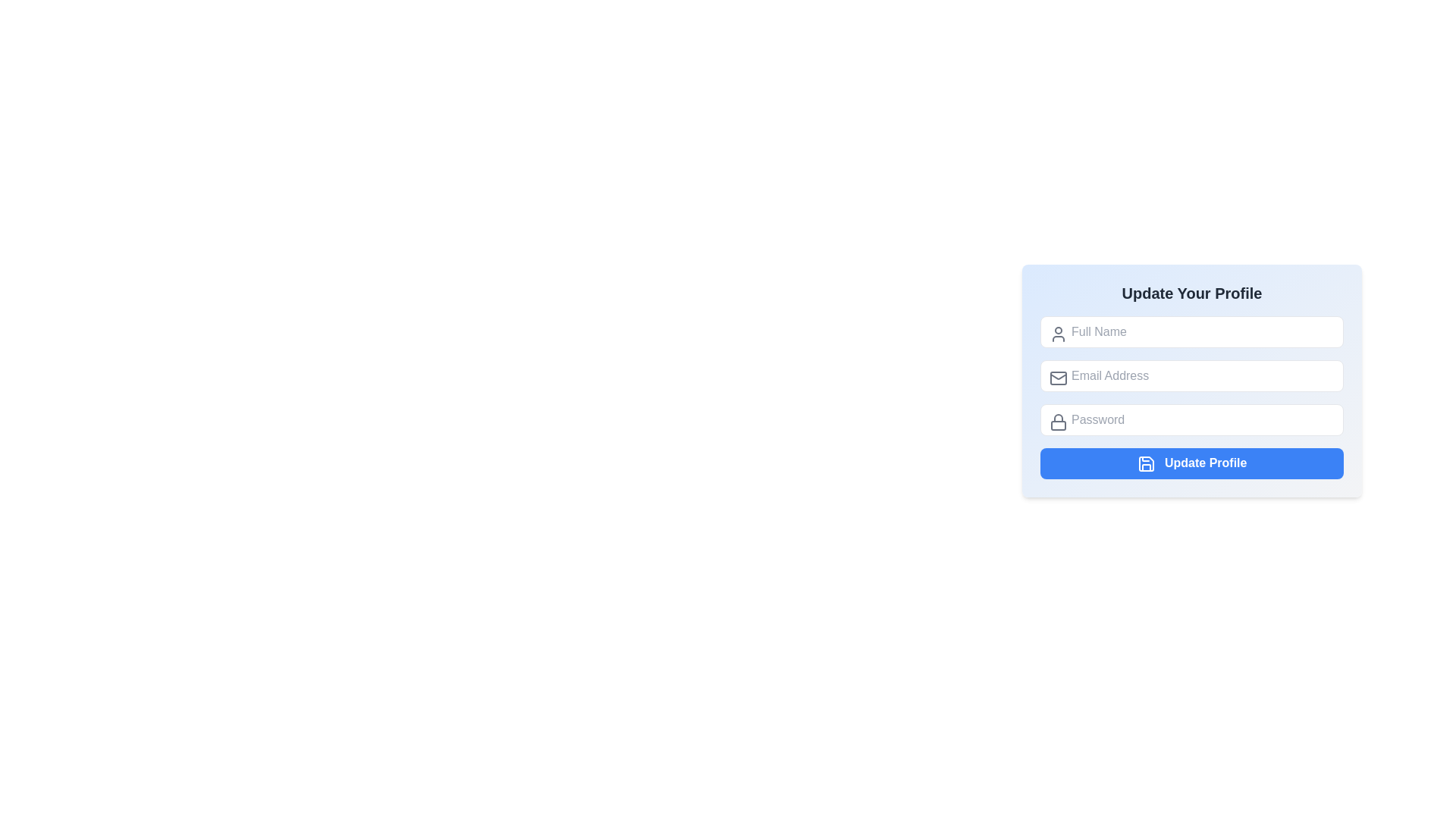  Describe the element at coordinates (1058, 425) in the screenshot. I see `the grayish rounded rectangle that forms the body of the lock icon, positioned beneath the shackle in the password input box` at that location.